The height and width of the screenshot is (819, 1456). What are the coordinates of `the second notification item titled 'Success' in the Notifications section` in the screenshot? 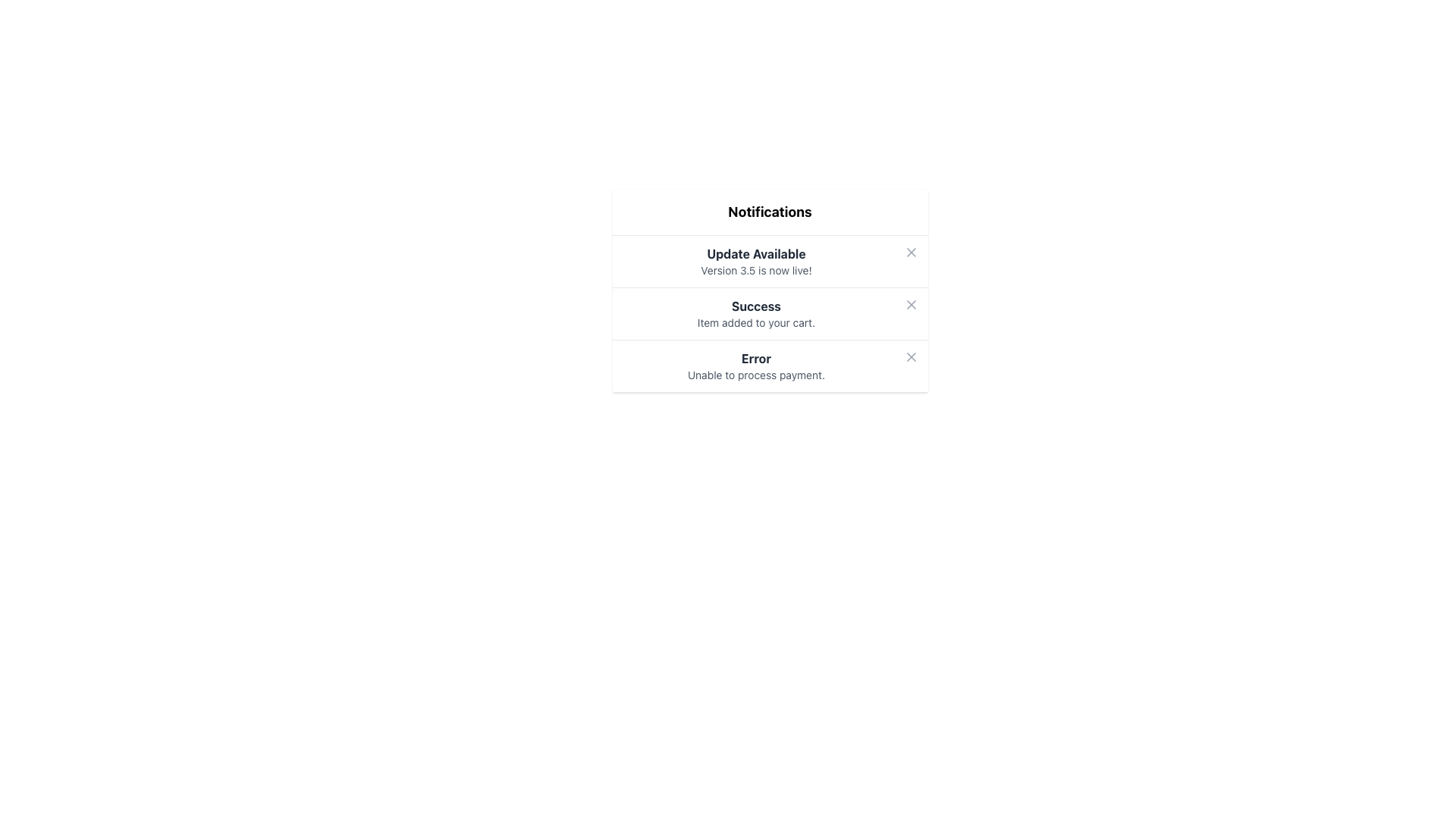 It's located at (770, 291).